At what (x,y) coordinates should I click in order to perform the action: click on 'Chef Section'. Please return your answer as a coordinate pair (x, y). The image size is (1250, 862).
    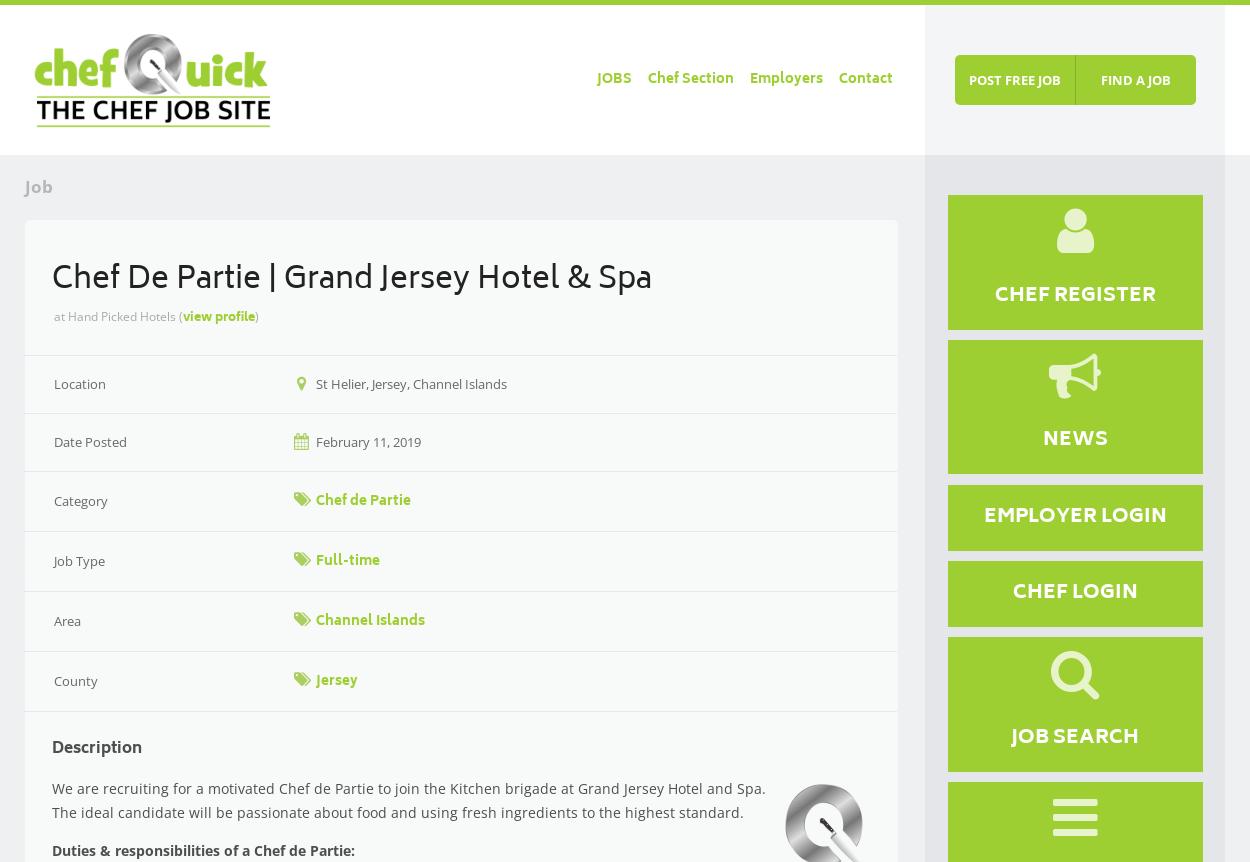
    Looking at the image, I should click on (689, 79).